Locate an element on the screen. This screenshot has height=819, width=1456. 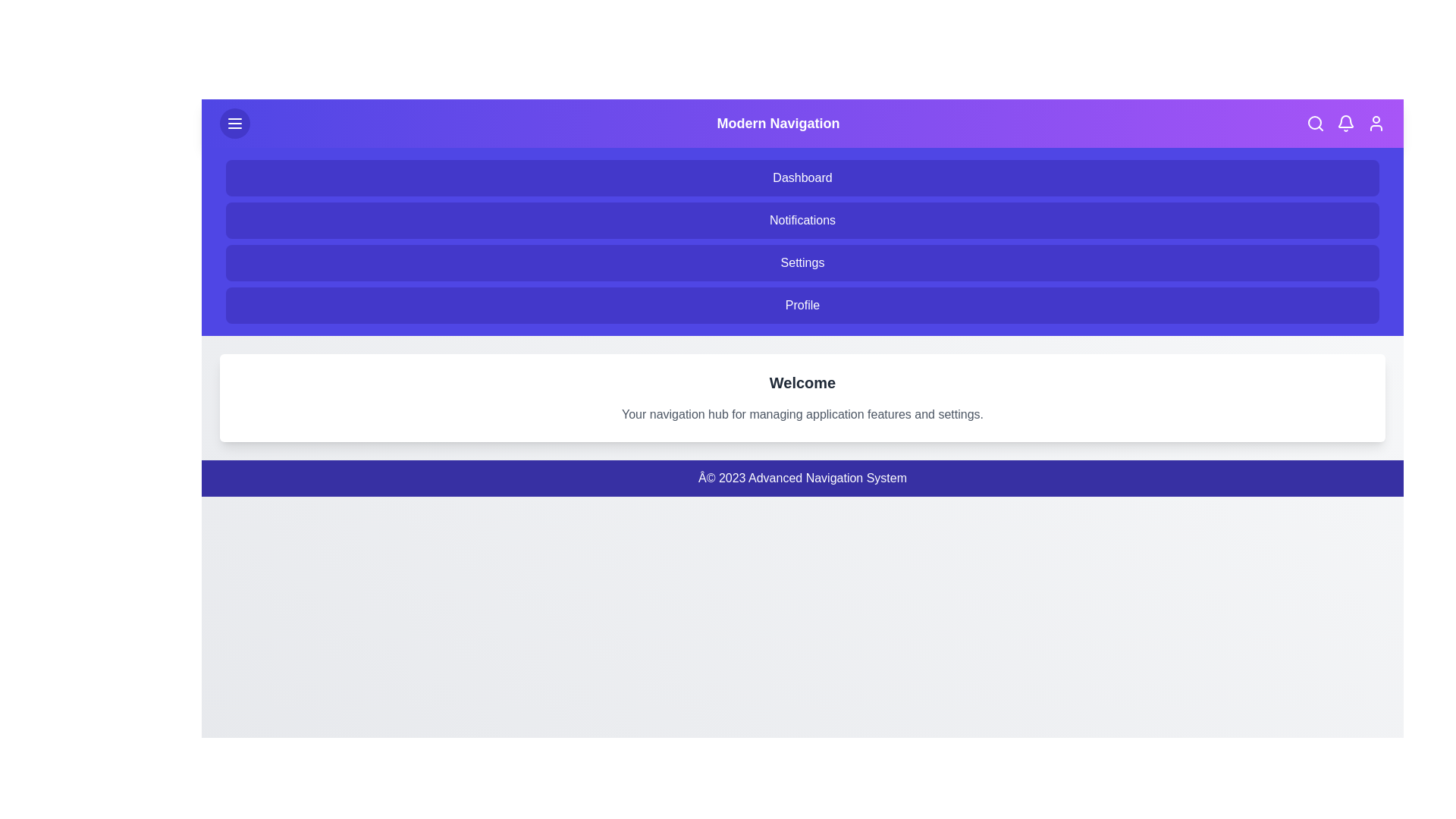
the bell icon in the navigation bar is located at coordinates (1346, 122).